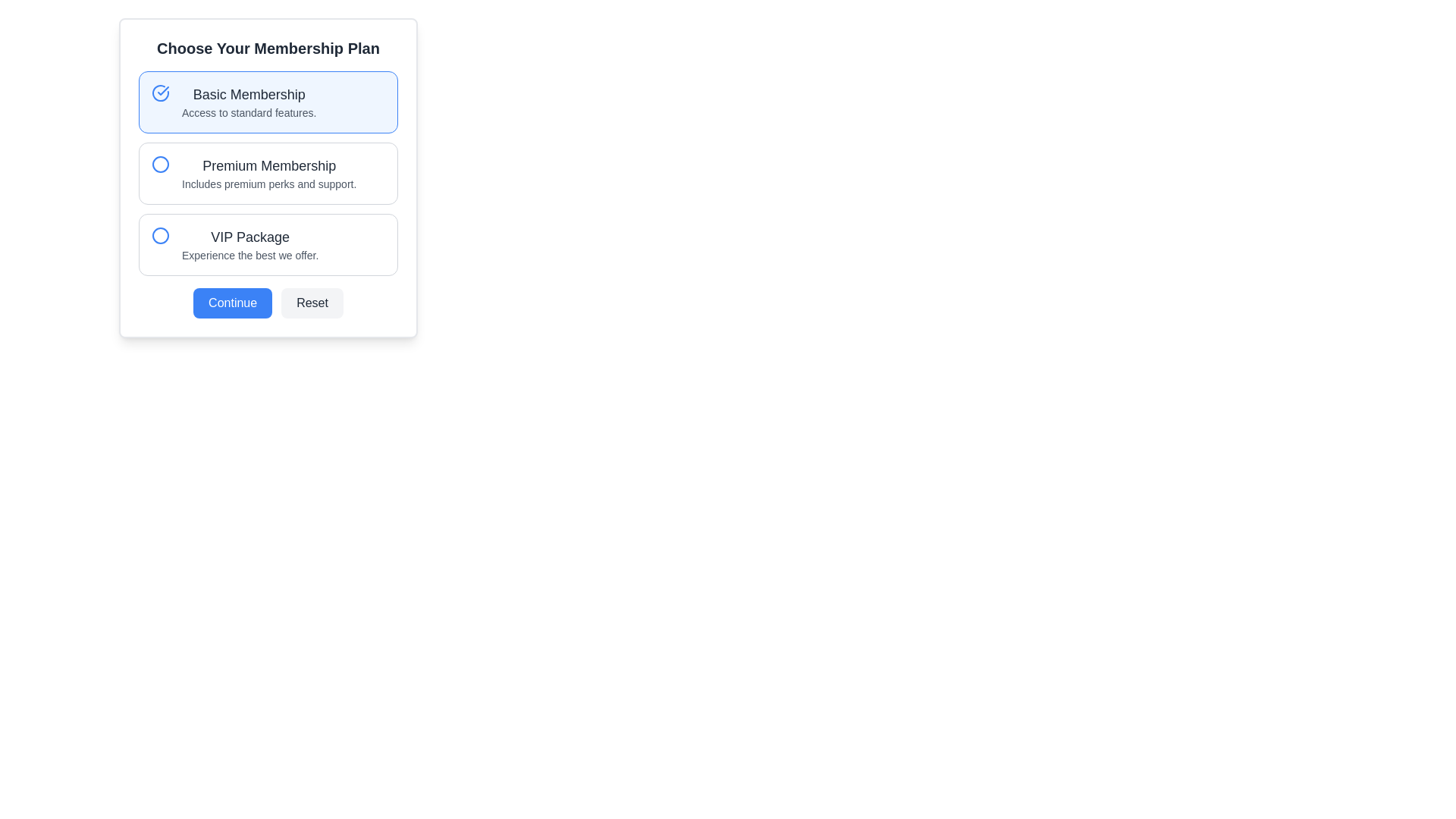  I want to click on the descriptive subtitle text located beneath the 'Premium Membership' header, so click(269, 184).